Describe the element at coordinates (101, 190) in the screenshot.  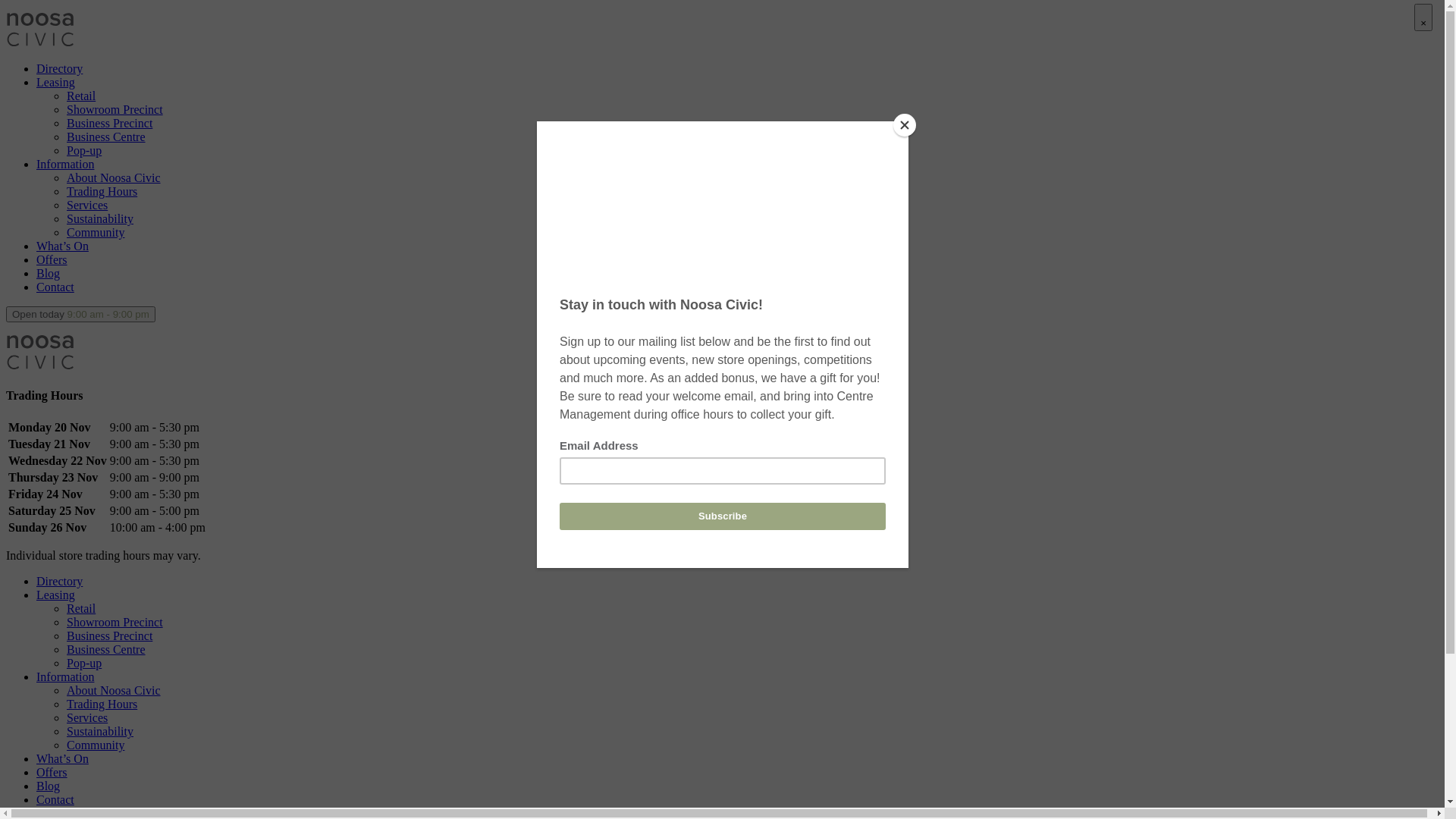
I see `'Trading Hours'` at that location.